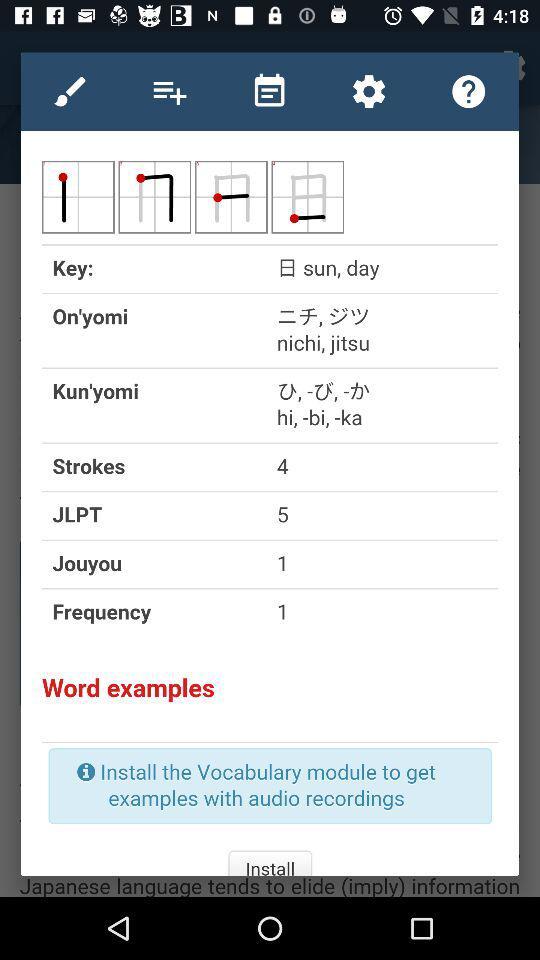 Image resolution: width=540 pixels, height=960 pixels. Describe the element at coordinates (468, 91) in the screenshot. I see `help` at that location.